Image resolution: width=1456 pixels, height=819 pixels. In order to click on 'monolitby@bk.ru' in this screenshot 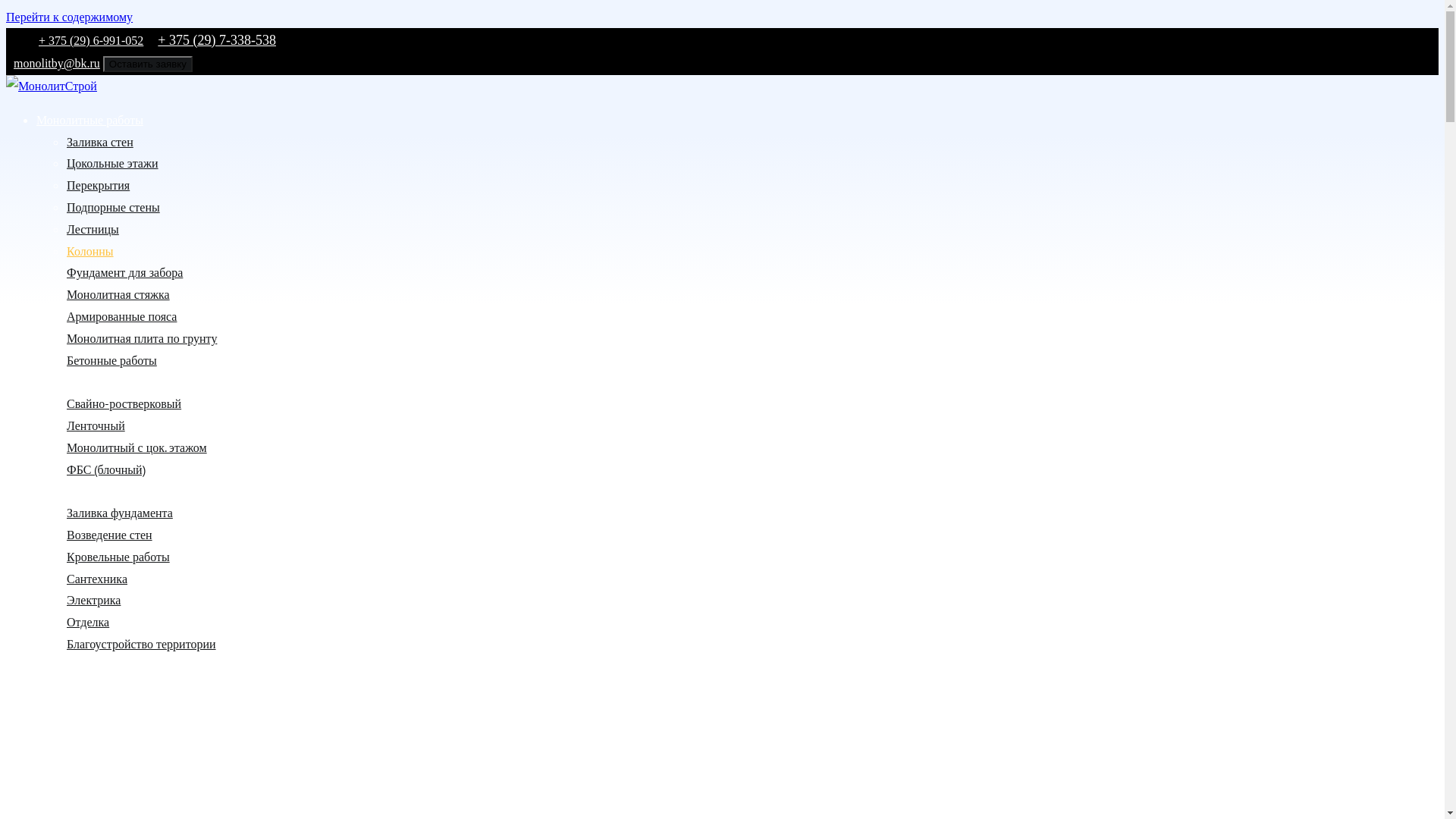, I will do `click(53, 62)`.